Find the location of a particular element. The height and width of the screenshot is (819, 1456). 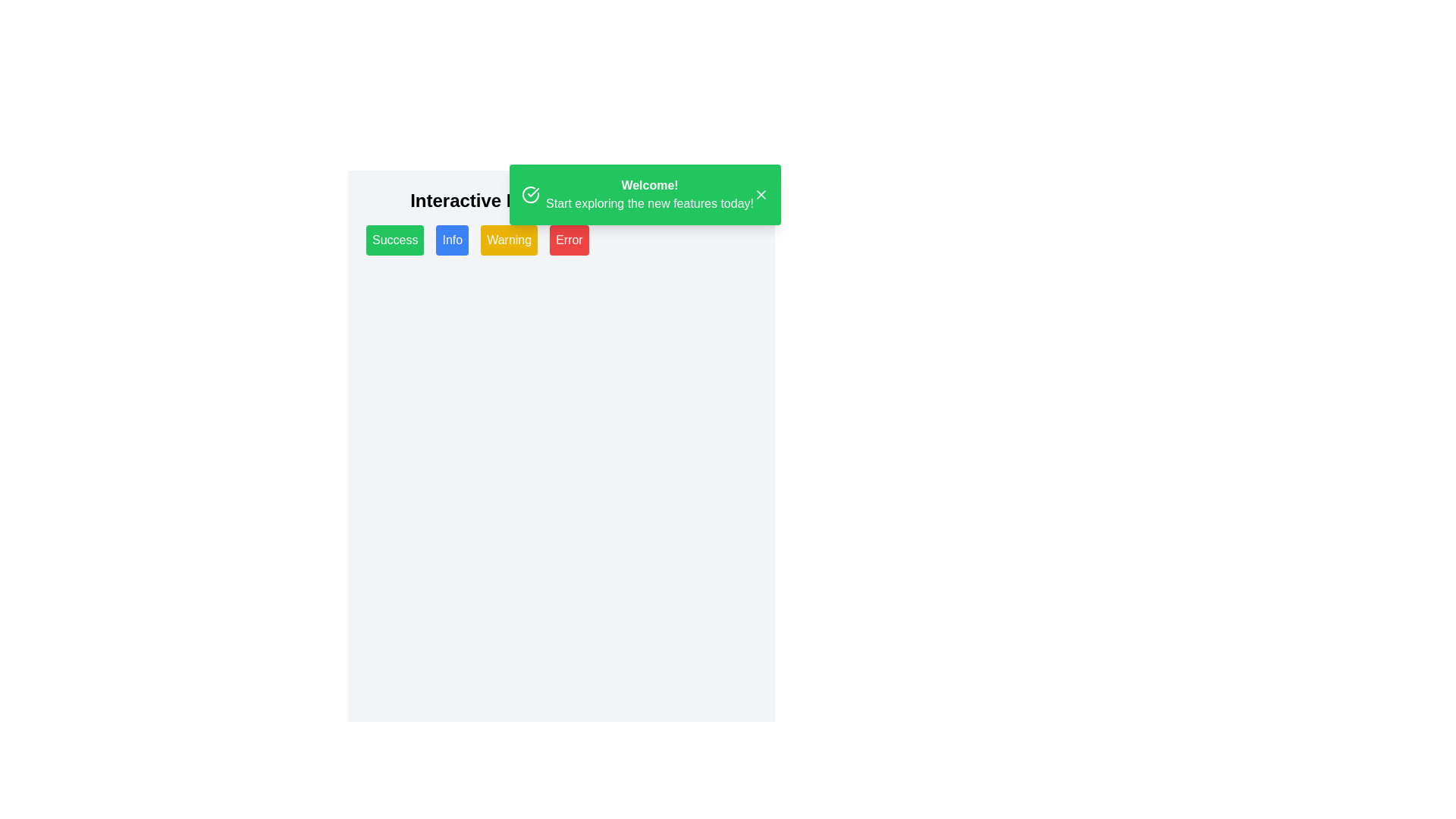

the close button located at the far right end of the green notification box containing the text 'Welcome! Start exploring the new features today!' is located at coordinates (761, 194).